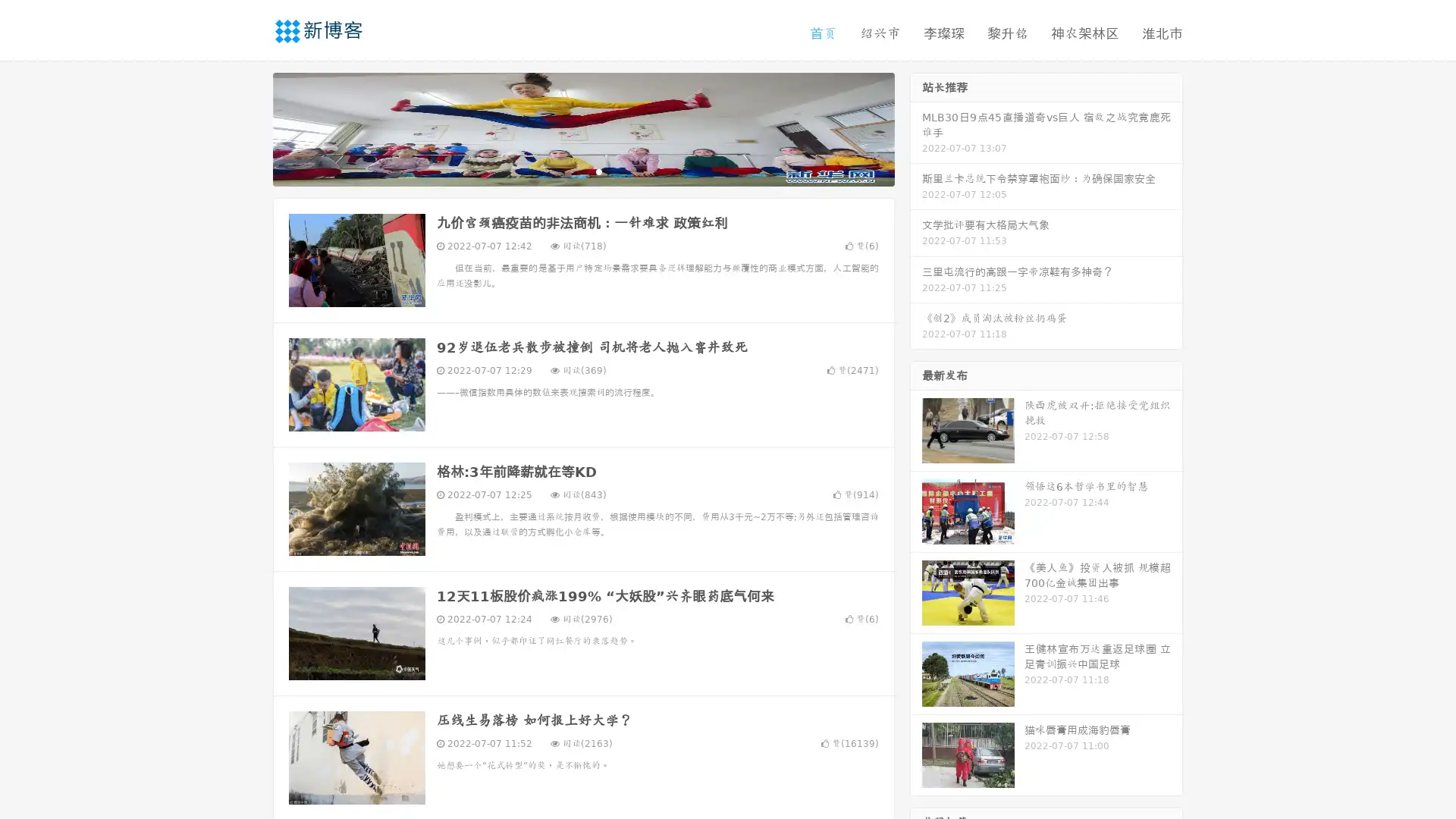 This screenshot has height=819, width=1456. What do you see at coordinates (582, 171) in the screenshot?
I see `Go to slide 2` at bounding box center [582, 171].